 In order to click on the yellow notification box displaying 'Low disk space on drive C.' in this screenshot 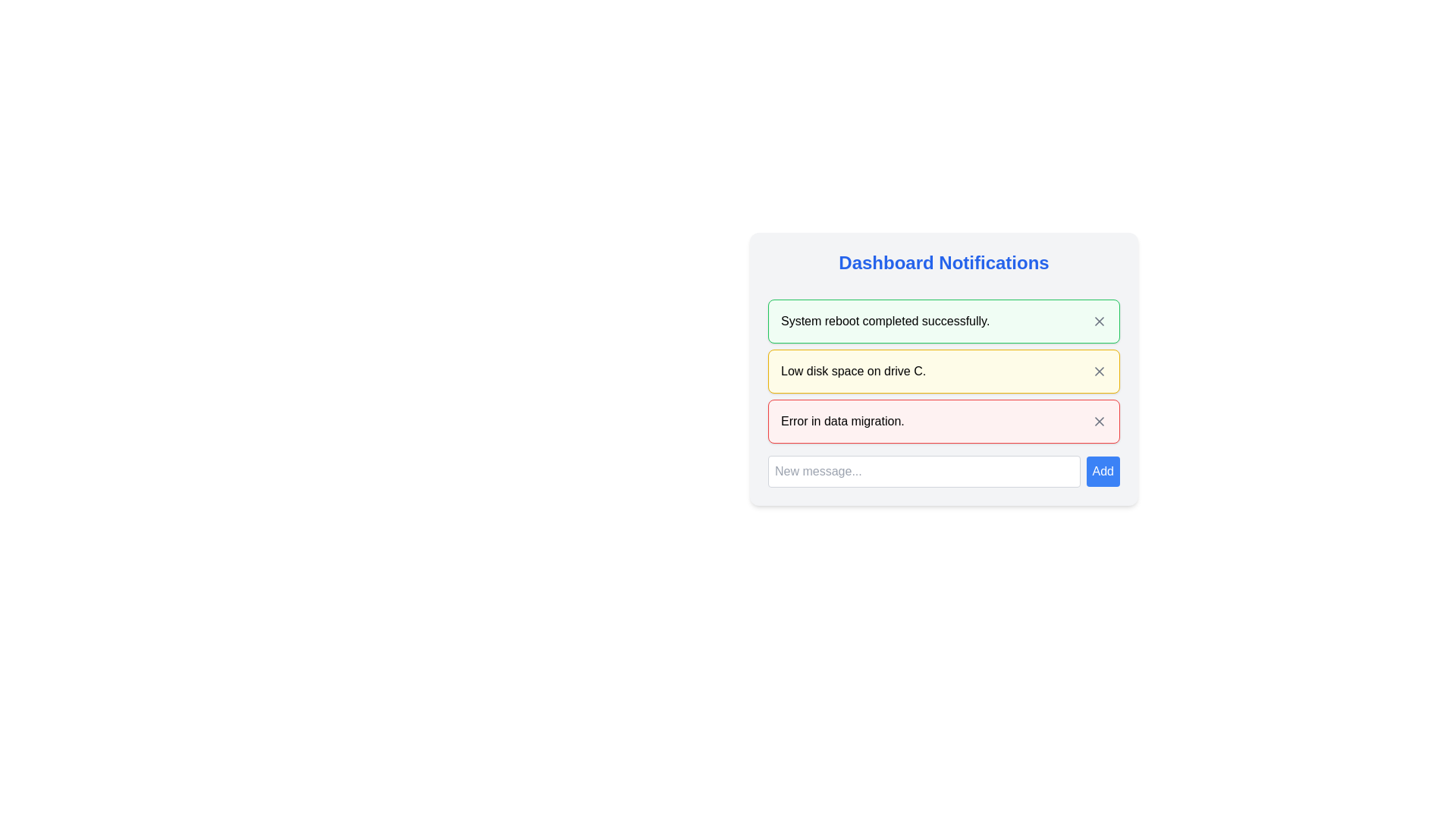, I will do `click(943, 369)`.